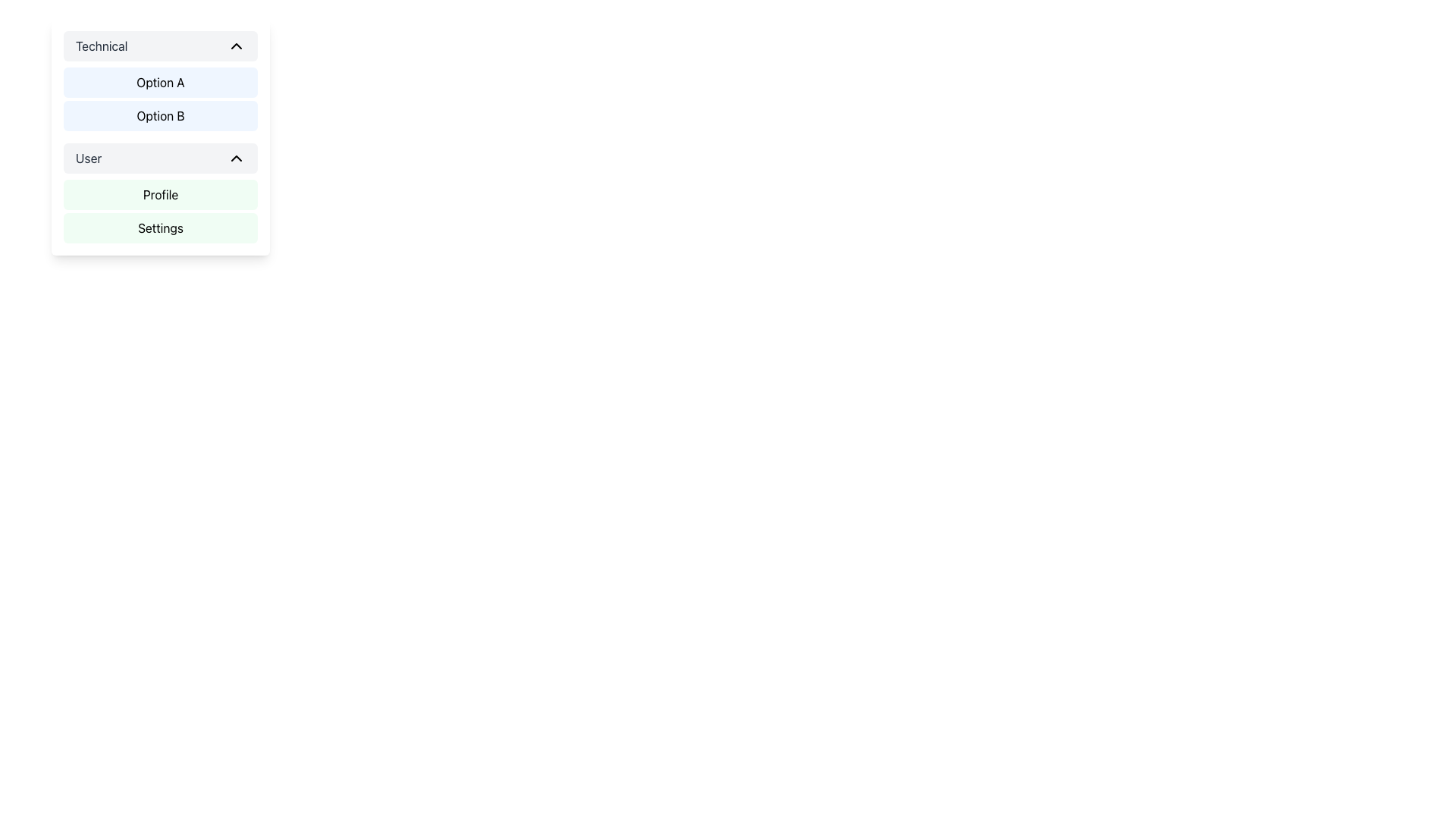 The width and height of the screenshot is (1456, 819). What do you see at coordinates (236, 158) in the screenshot?
I see `the upward-pointing chevron icon button on the right end of the 'User' button` at bounding box center [236, 158].